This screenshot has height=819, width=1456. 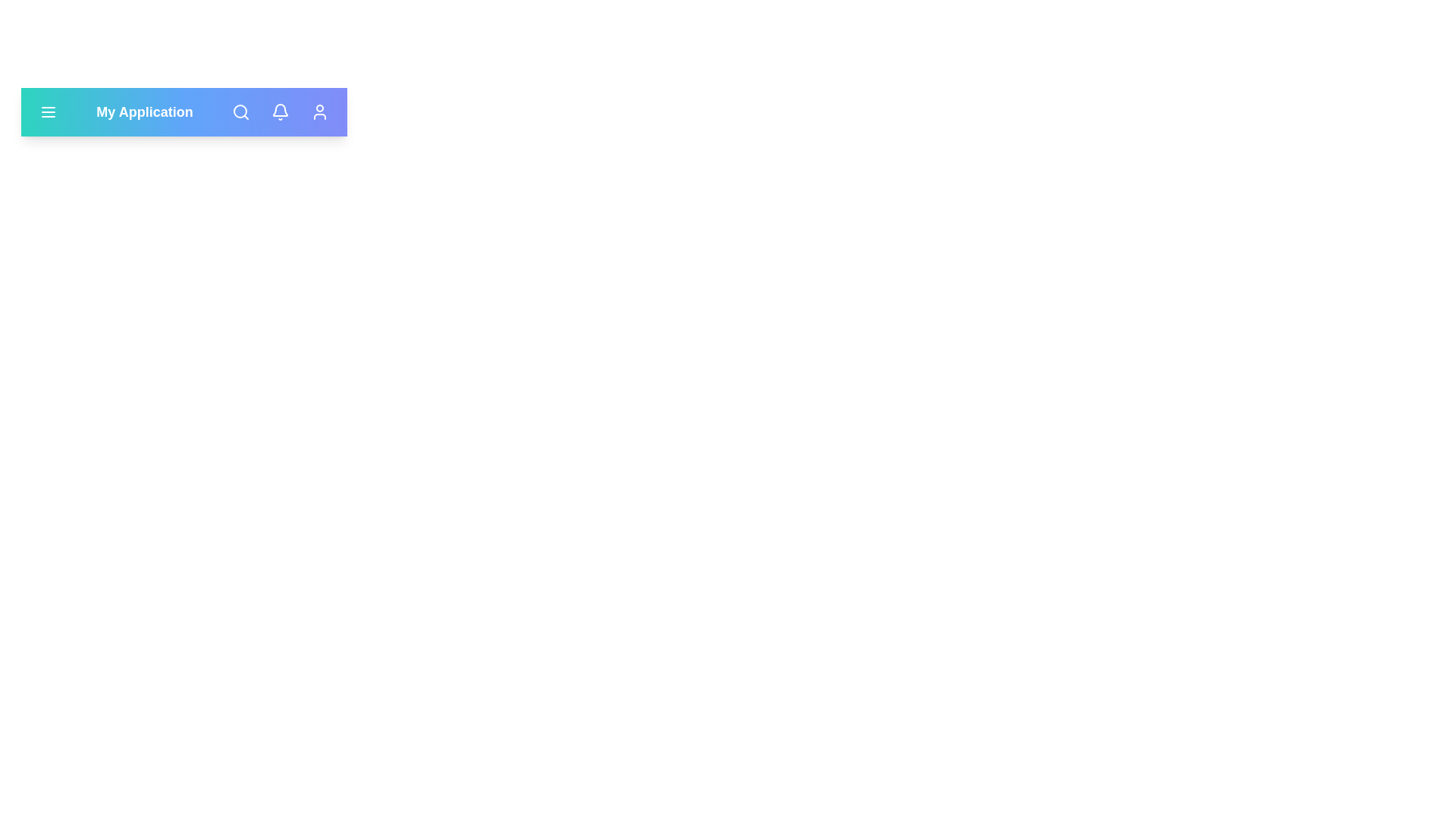 I want to click on the notification button, so click(x=280, y=111).